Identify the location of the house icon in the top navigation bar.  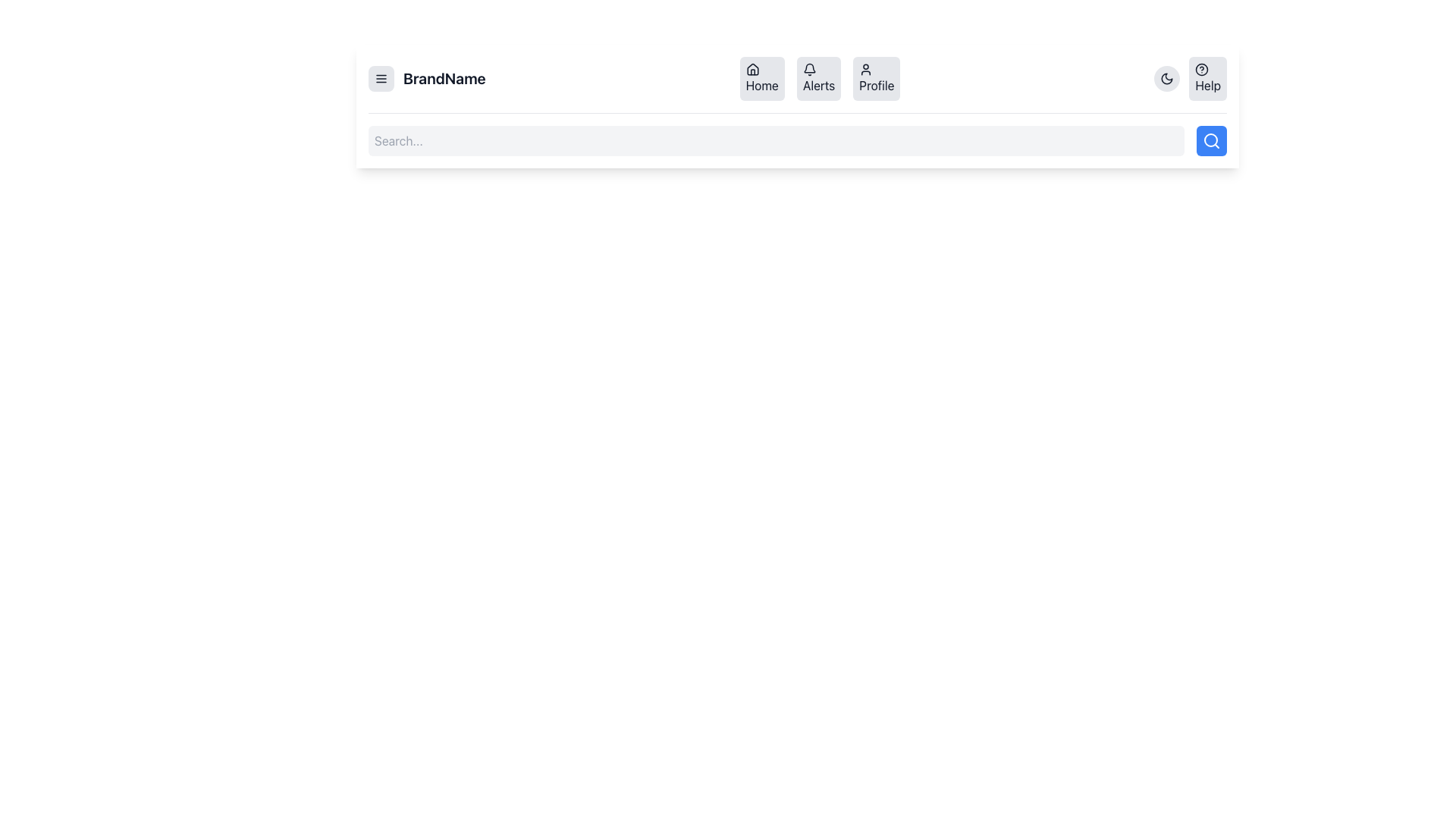
(752, 70).